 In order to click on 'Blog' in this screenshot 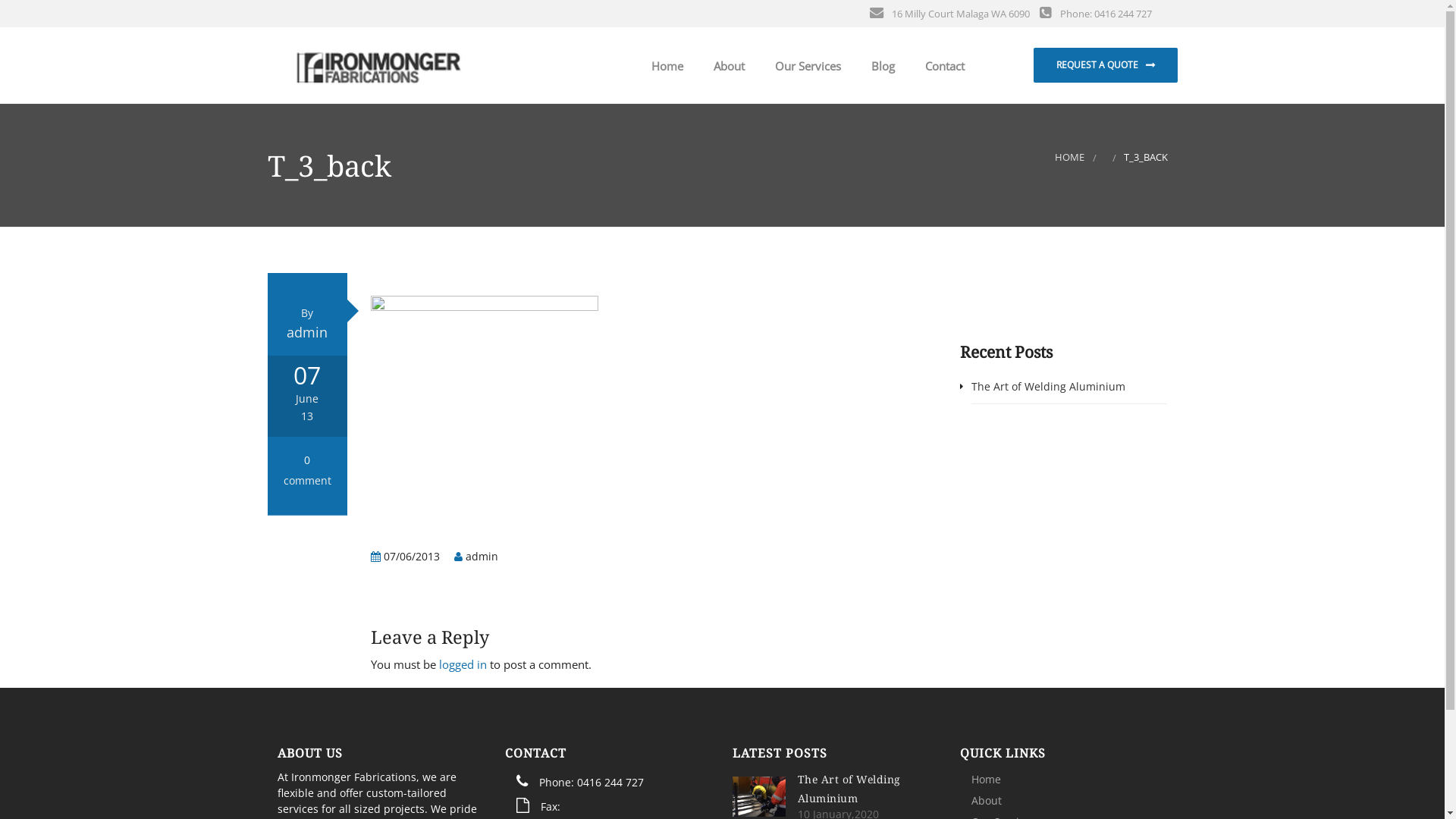, I will do `click(879, 65)`.